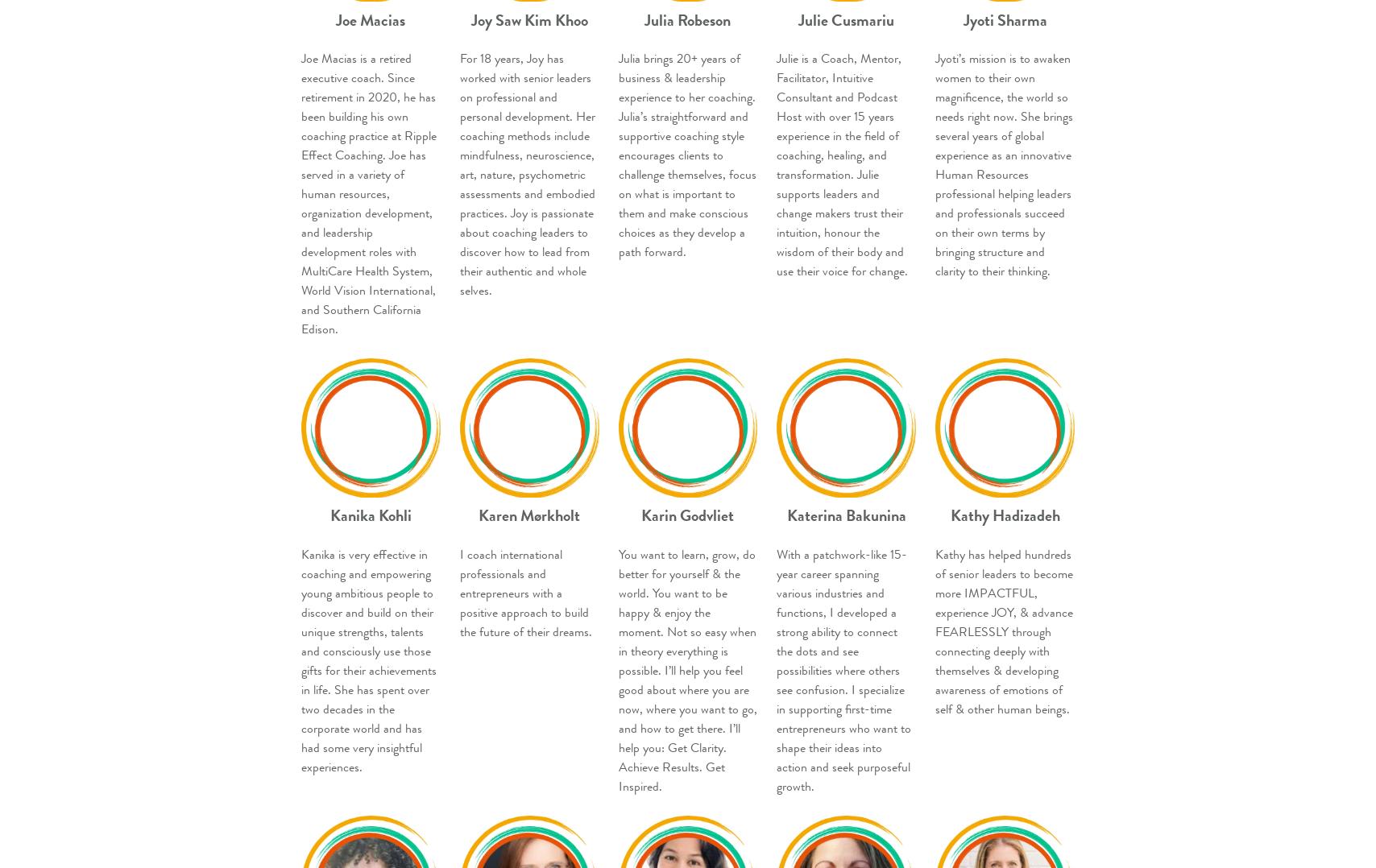 The image size is (1376, 868). What do you see at coordinates (528, 19) in the screenshot?
I see `'Joy Saw Kim Khoo'` at bounding box center [528, 19].